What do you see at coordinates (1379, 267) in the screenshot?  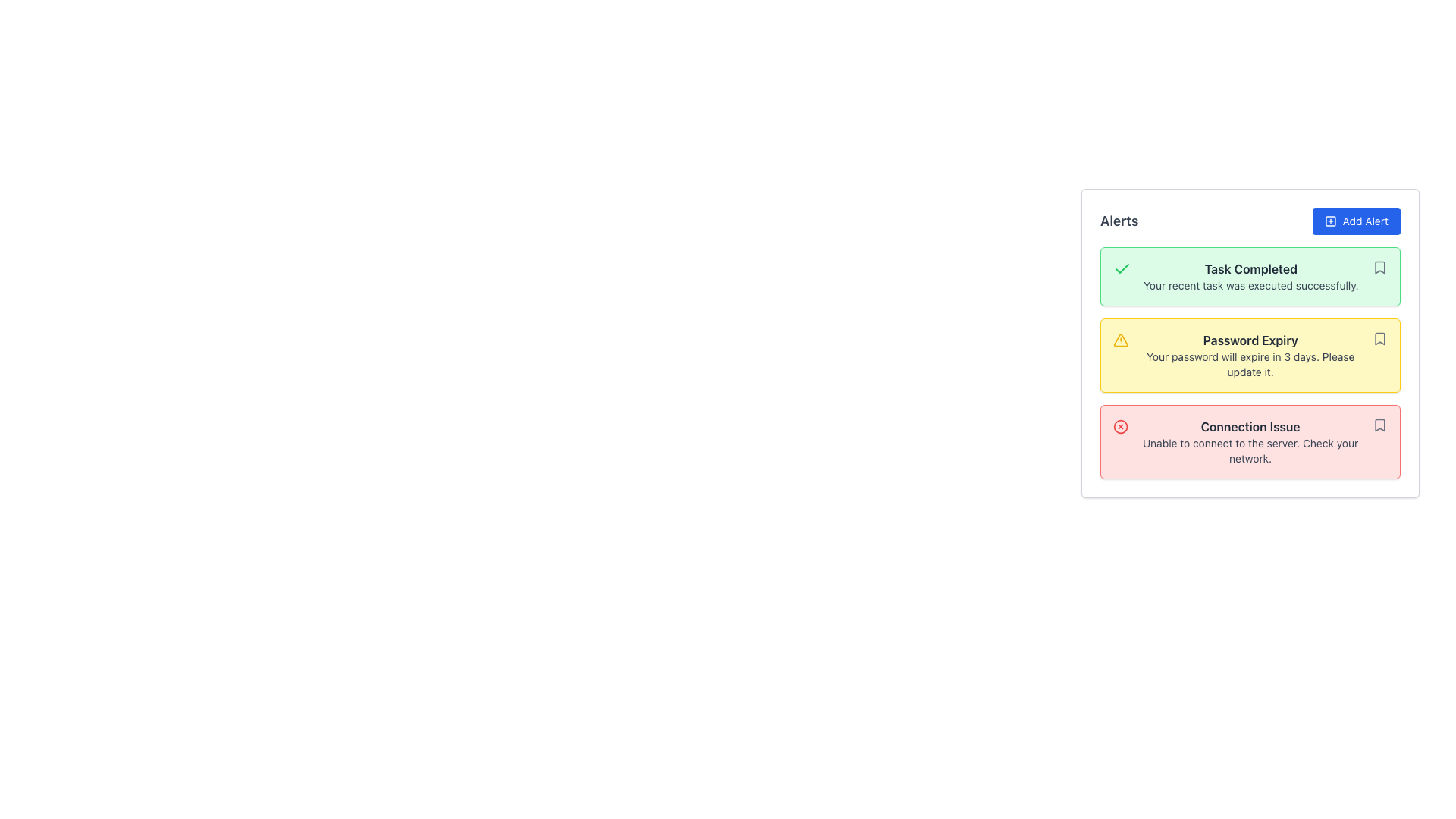 I see `the bookmark icon located at the top-right corner of the 'Task Completed' notification card` at bounding box center [1379, 267].